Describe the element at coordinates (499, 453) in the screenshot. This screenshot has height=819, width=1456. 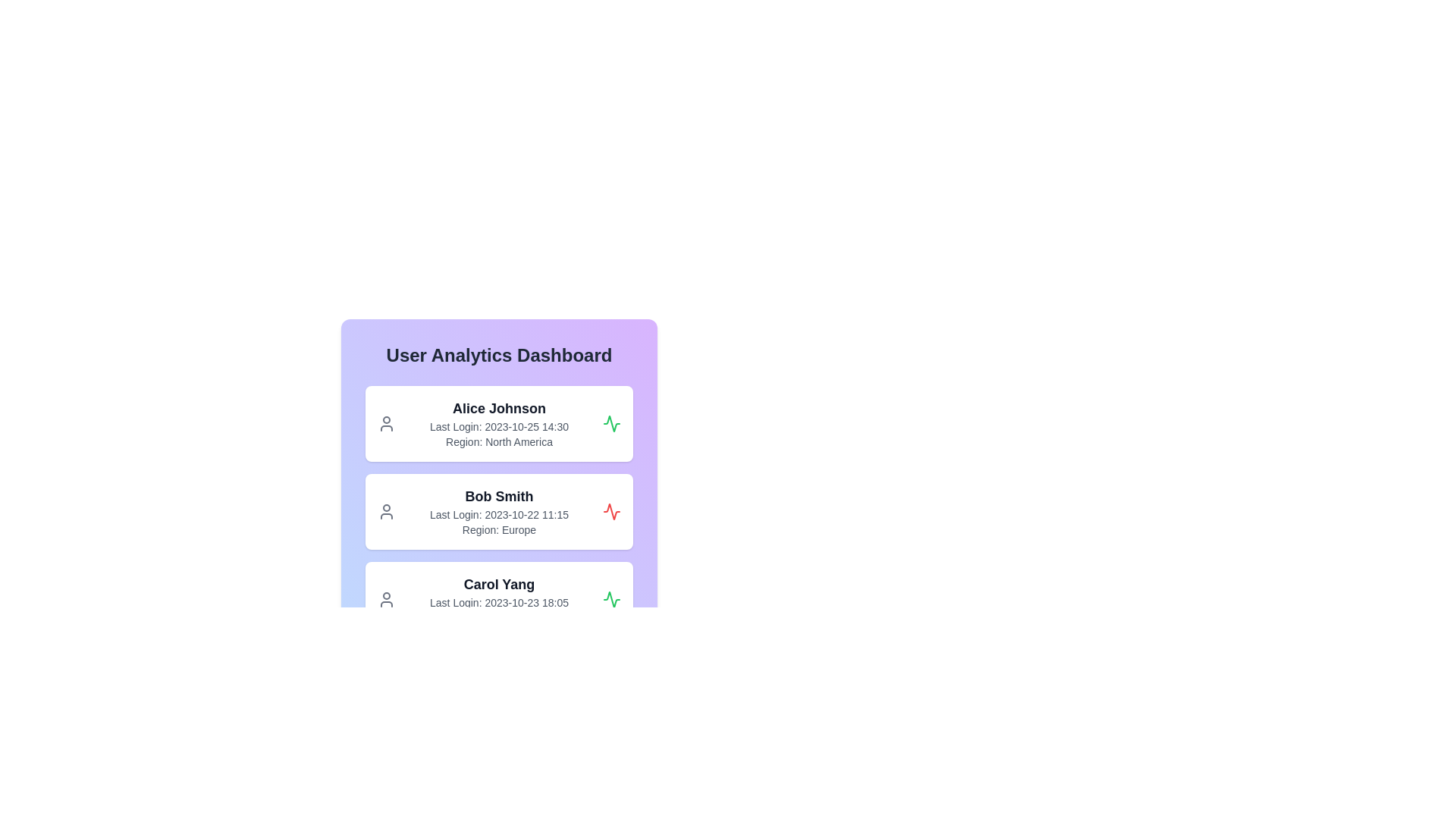
I see `the references within the Information display card that shows user 'Alice Johnson', which includes details like 'Last Login' and 'Region'` at that location.